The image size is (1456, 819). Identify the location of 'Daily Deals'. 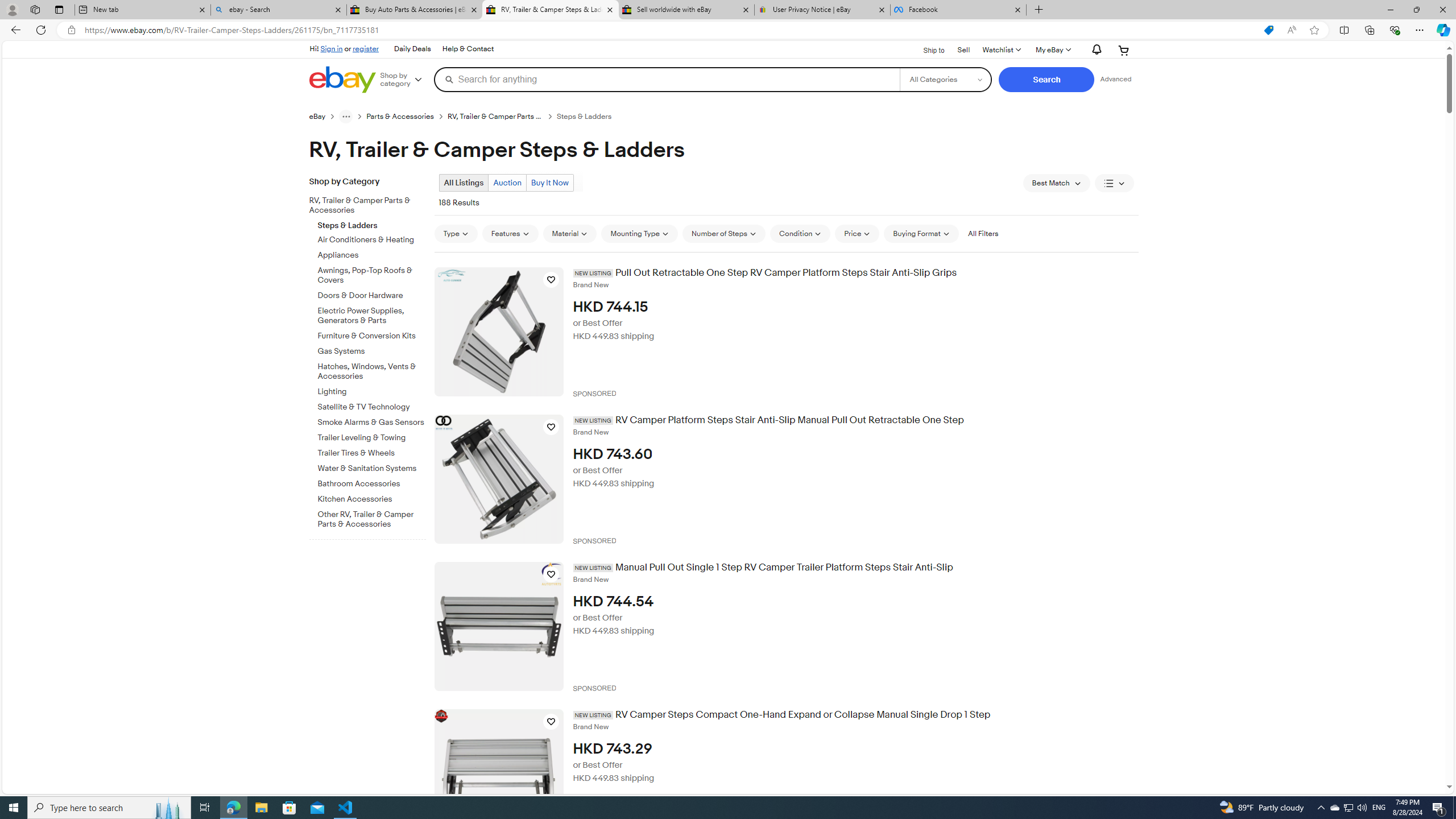
(412, 49).